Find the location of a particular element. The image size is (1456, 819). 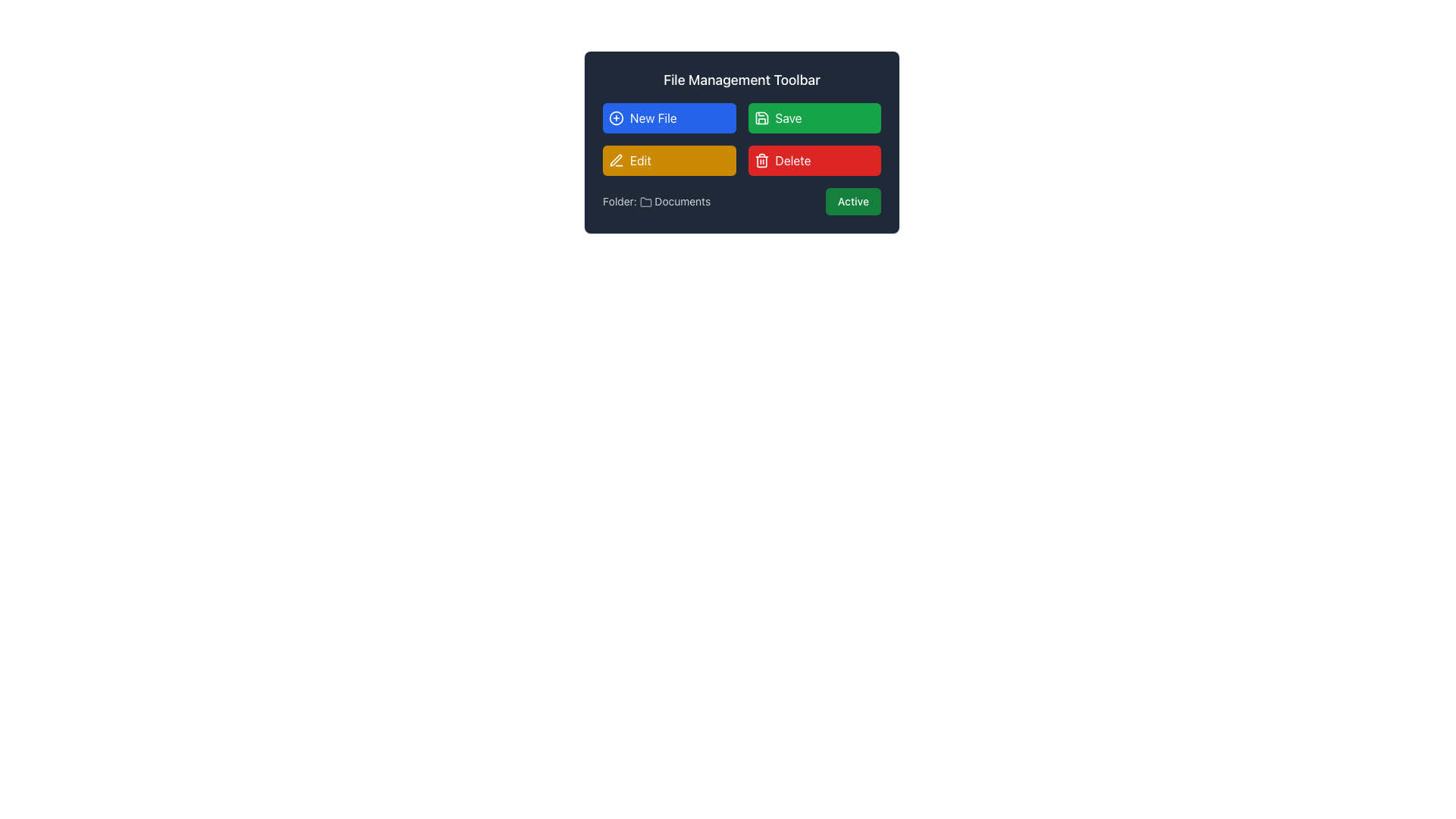

the delete button located in the bottom-right corner of the button grid to initiate the deletion process is located at coordinates (814, 161).